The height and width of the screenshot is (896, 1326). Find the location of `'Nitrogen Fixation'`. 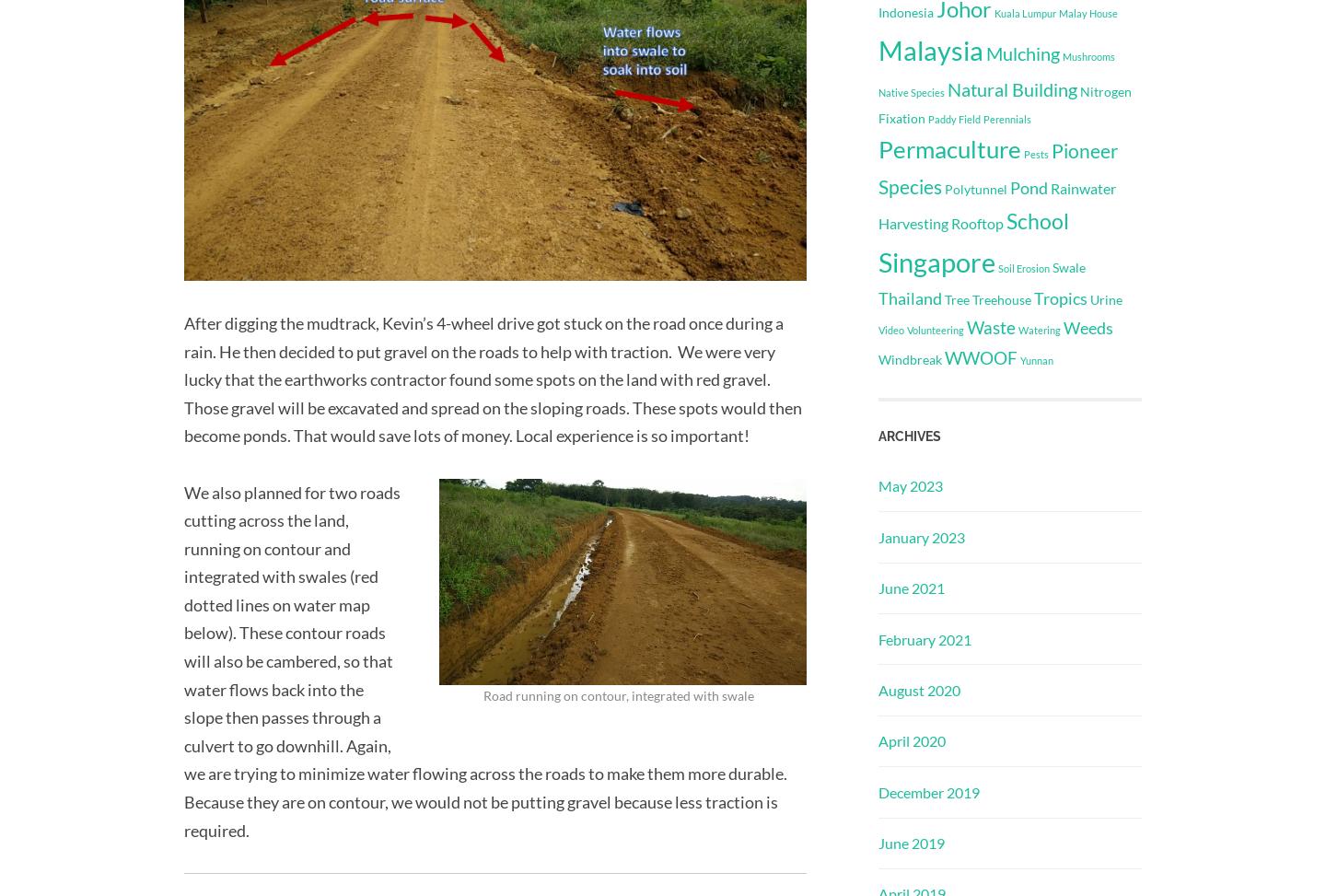

'Nitrogen Fixation' is located at coordinates (1004, 103).